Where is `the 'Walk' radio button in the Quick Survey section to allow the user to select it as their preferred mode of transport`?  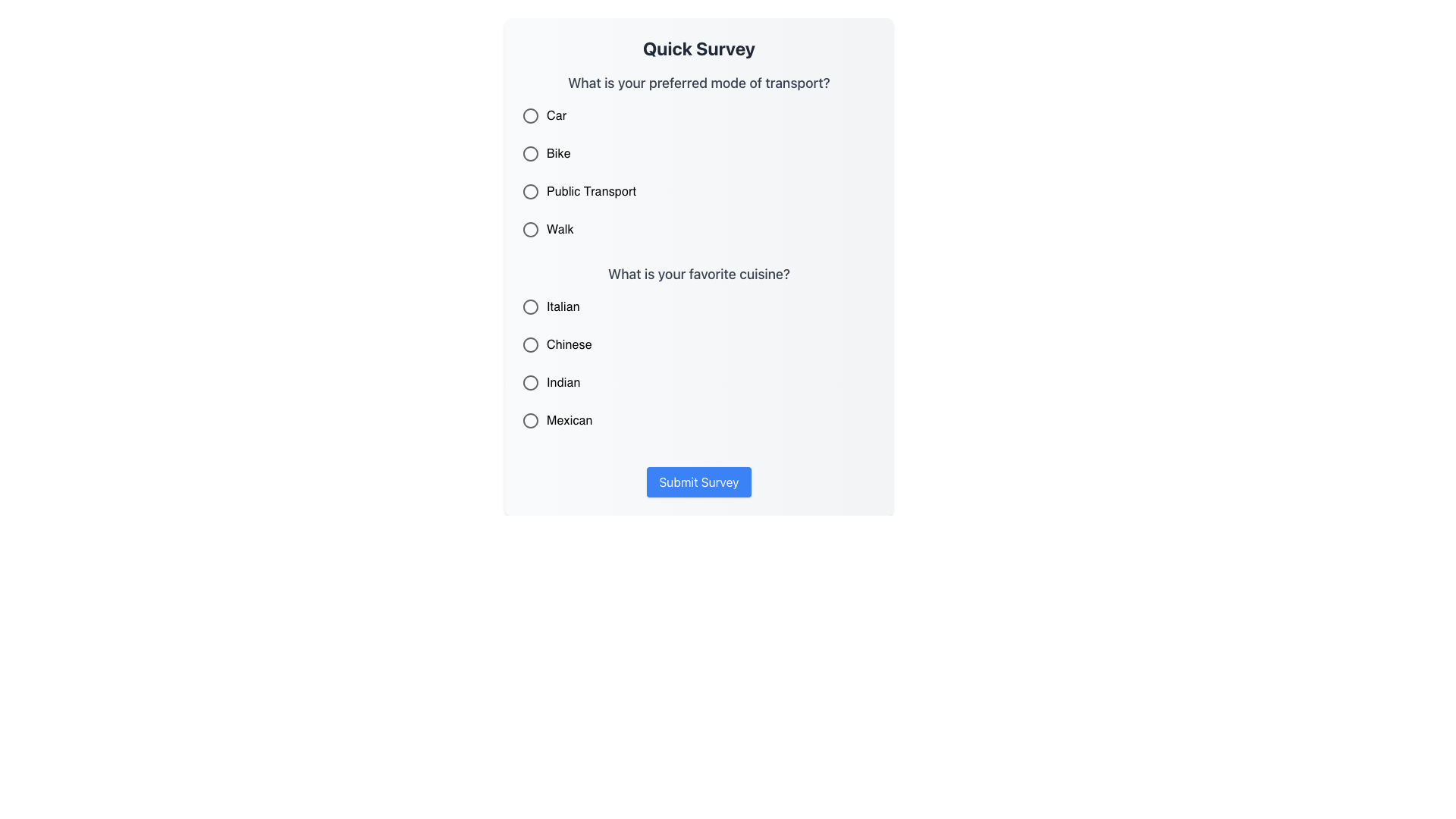 the 'Walk' radio button in the Quick Survey section to allow the user to select it as their preferred mode of transport is located at coordinates (531, 230).